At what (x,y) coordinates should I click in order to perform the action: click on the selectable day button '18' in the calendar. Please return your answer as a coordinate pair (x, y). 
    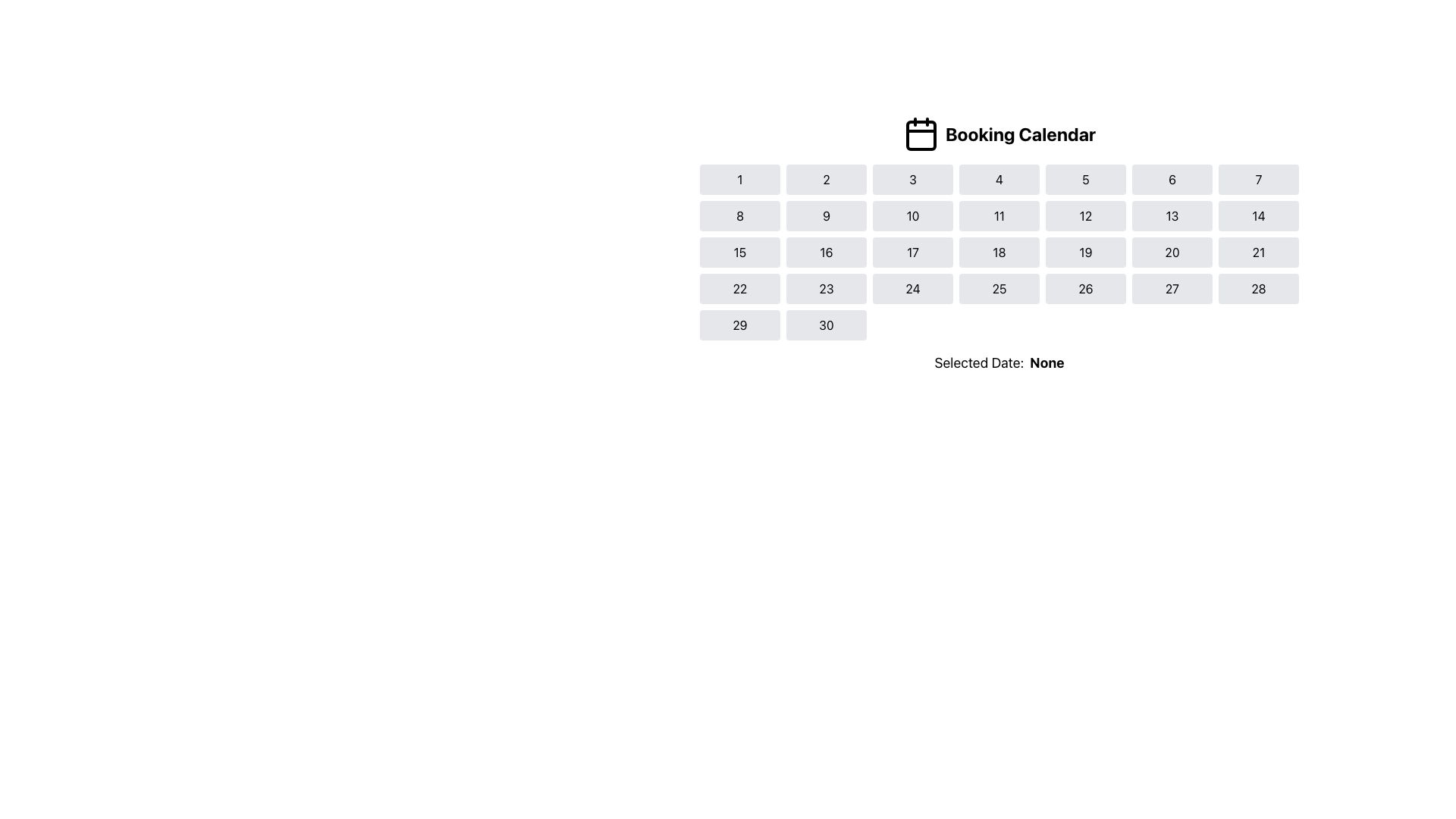
    Looking at the image, I should click on (999, 251).